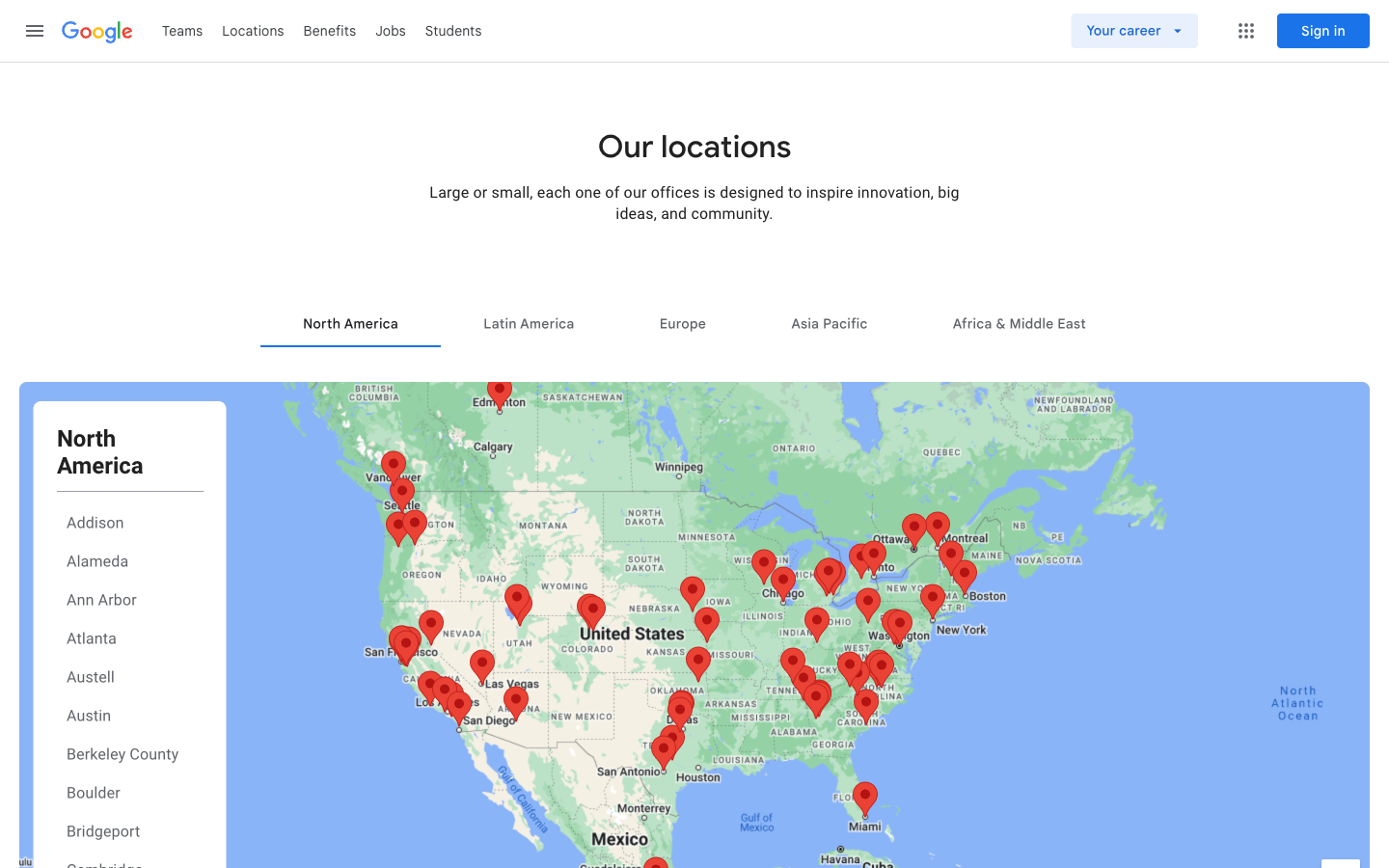 Image resolution: width=1389 pixels, height=868 pixels. What do you see at coordinates (330, 29) in the screenshot?
I see `See Benefits` at bounding box center [330, 29].